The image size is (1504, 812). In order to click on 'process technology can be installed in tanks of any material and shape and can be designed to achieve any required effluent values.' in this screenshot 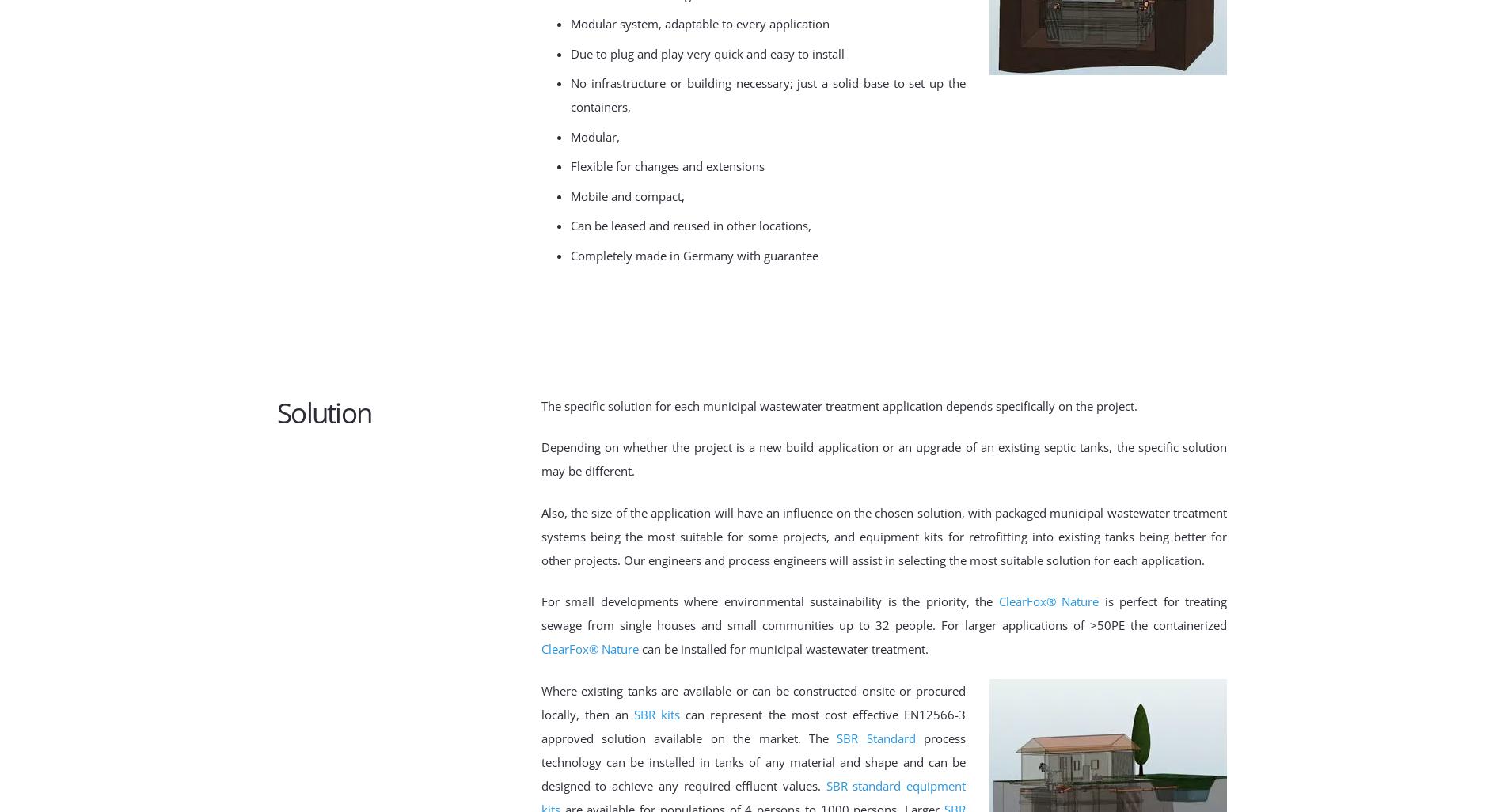, I will do `click(753, 761)`.